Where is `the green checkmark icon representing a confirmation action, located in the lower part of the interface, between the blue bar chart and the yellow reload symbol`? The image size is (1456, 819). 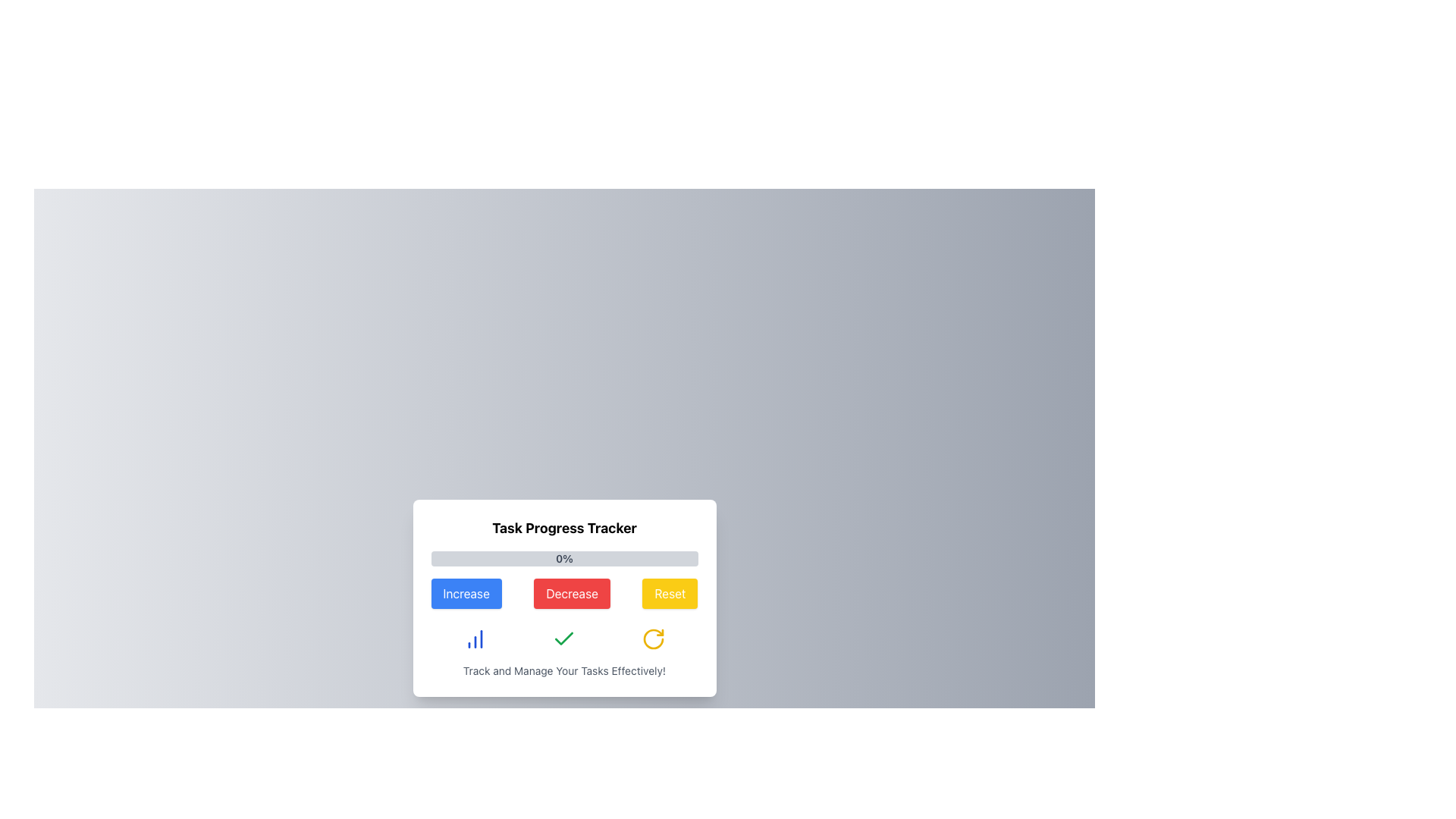
the green checkmark icon representing a confirmation action, located in the lower part of the interface, between the blue bar chart and the yellow reload symbol is located at coordinates (563, 639).